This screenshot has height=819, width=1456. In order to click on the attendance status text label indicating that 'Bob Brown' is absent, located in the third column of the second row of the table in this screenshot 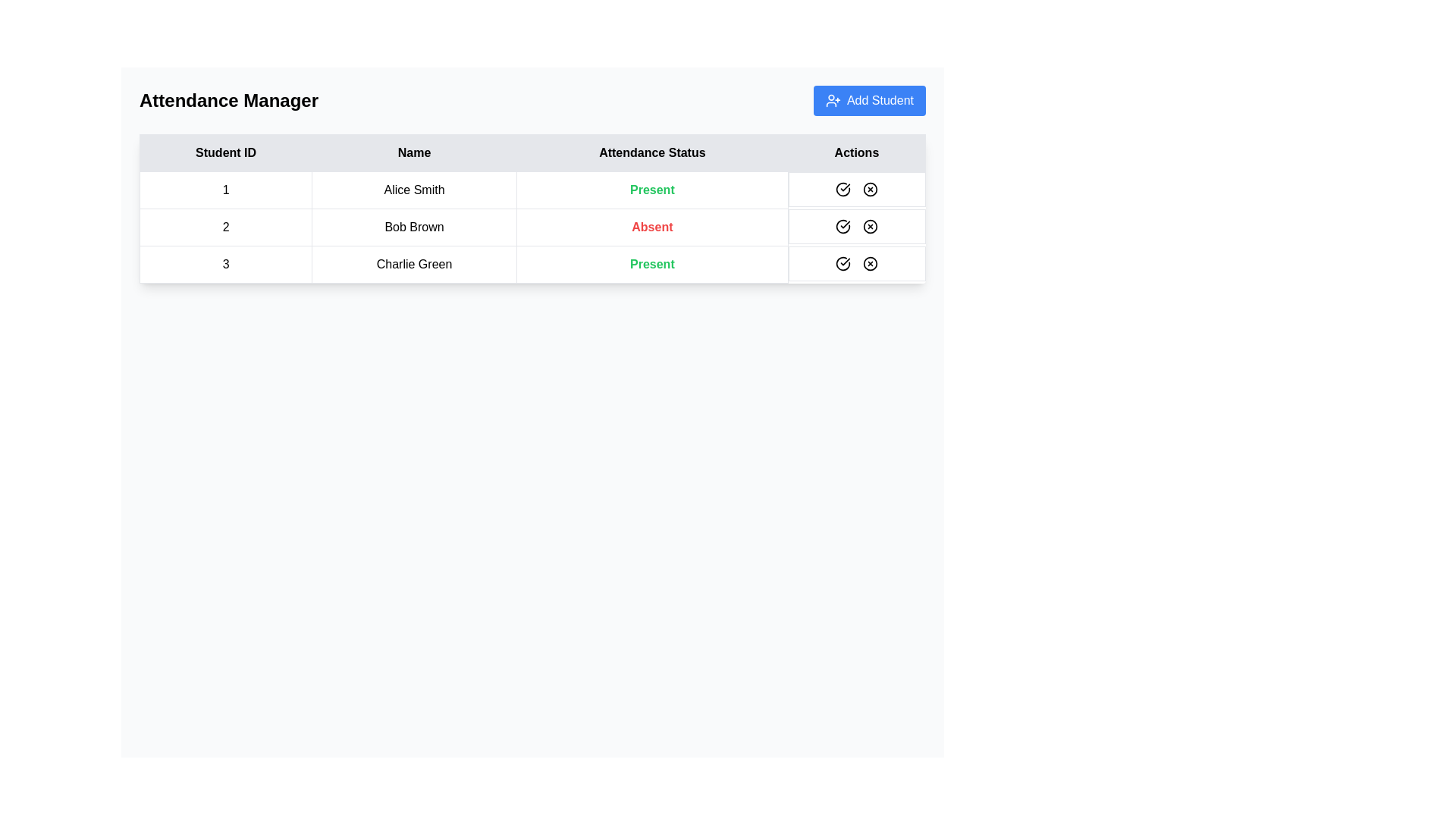, I will do `click(652, 227)`.